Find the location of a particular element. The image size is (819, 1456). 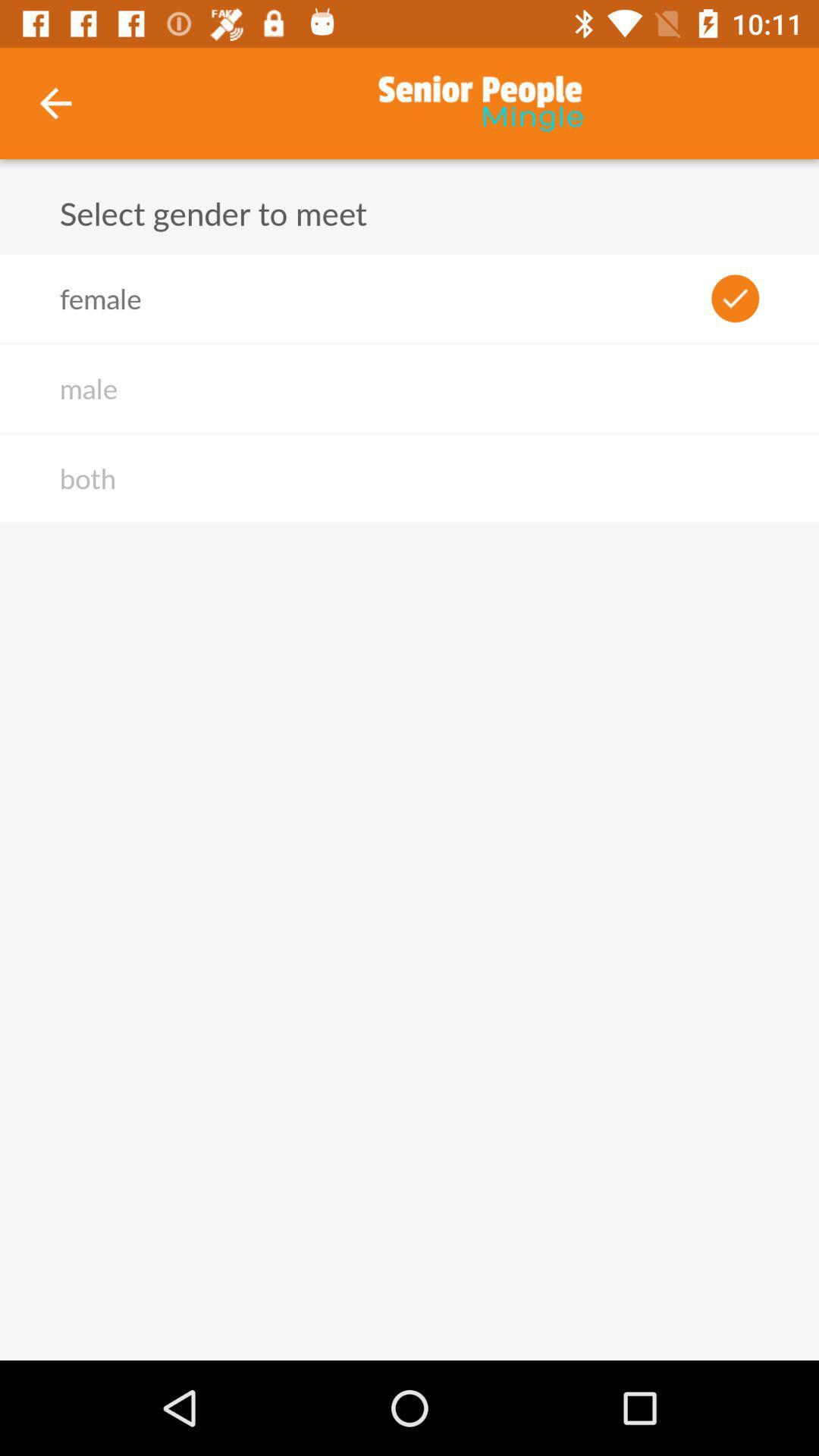

item above both icon is located at coordinates (88, 388).